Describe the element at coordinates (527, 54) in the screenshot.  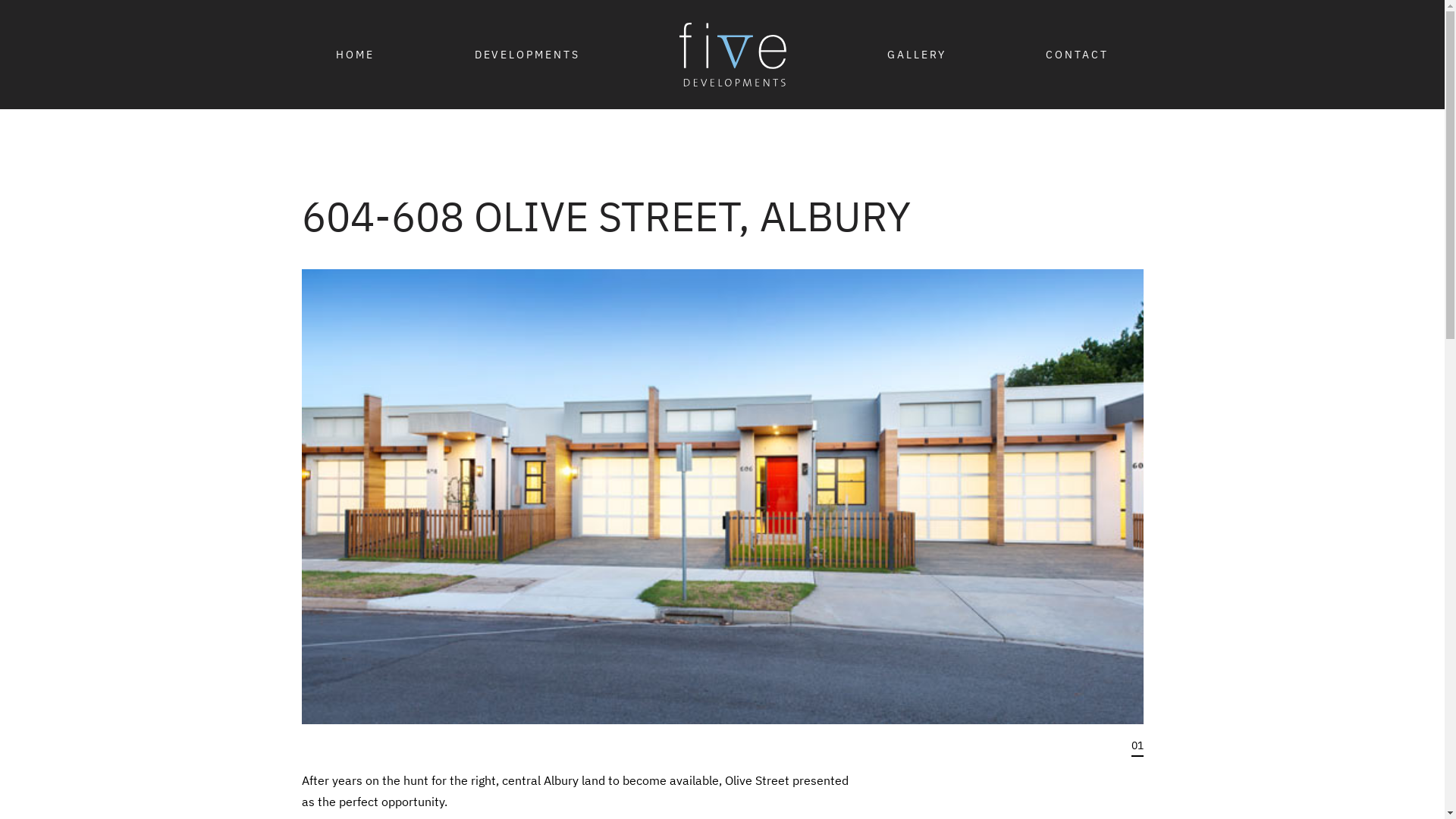
I see `'DEVELOPMENTS'` at that location.